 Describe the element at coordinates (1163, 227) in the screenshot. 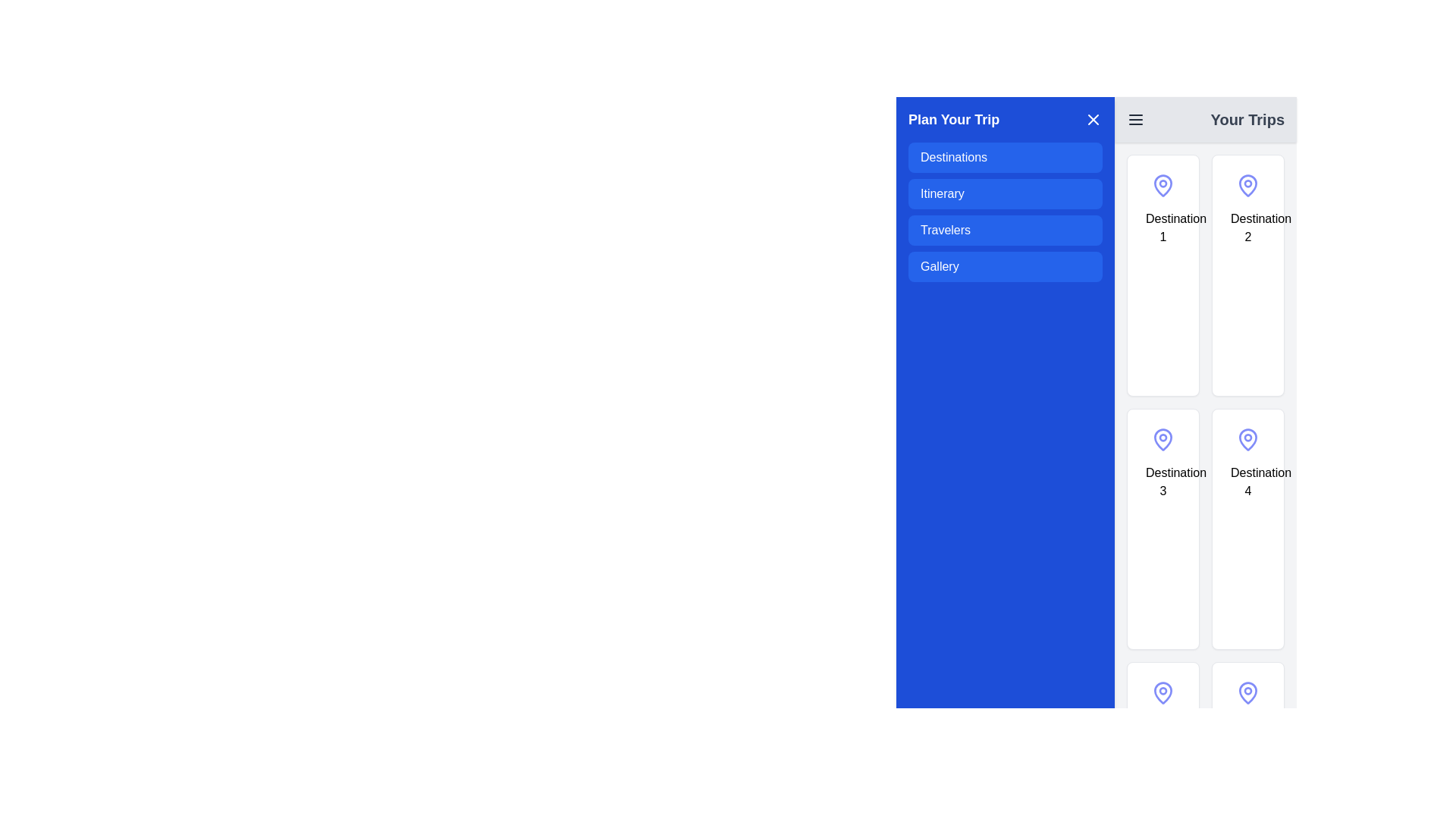

I see `the textual label 'Destination 1' within the light-colored rounded rectangular card for accessibility interactions` at that location.